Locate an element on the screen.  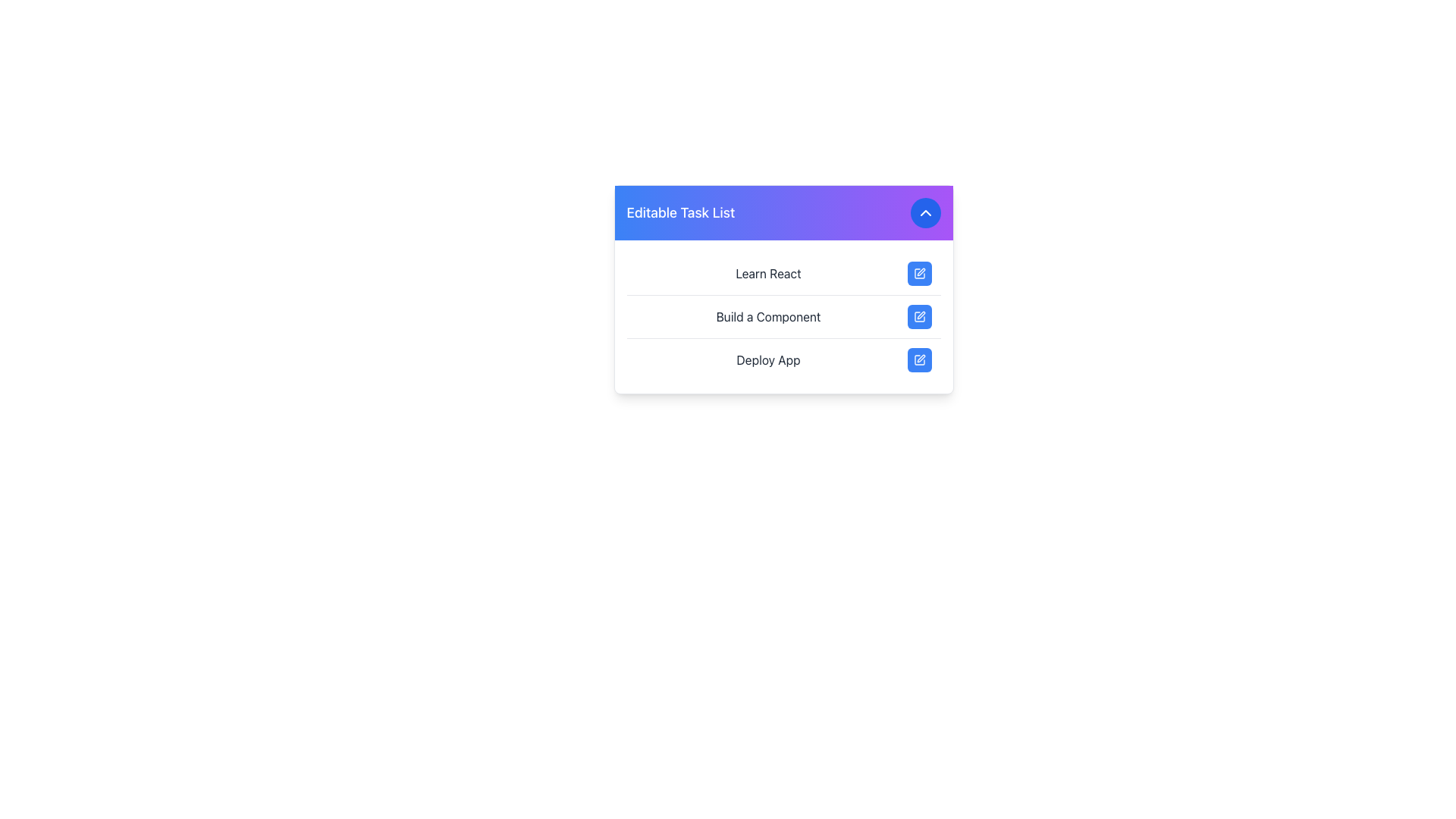
the small blue square-shaped icon with a pen graphic at its center, located adjacent to the text 'Learn React', to initiate editing the corresponding task is located at coordinates (918, 274).